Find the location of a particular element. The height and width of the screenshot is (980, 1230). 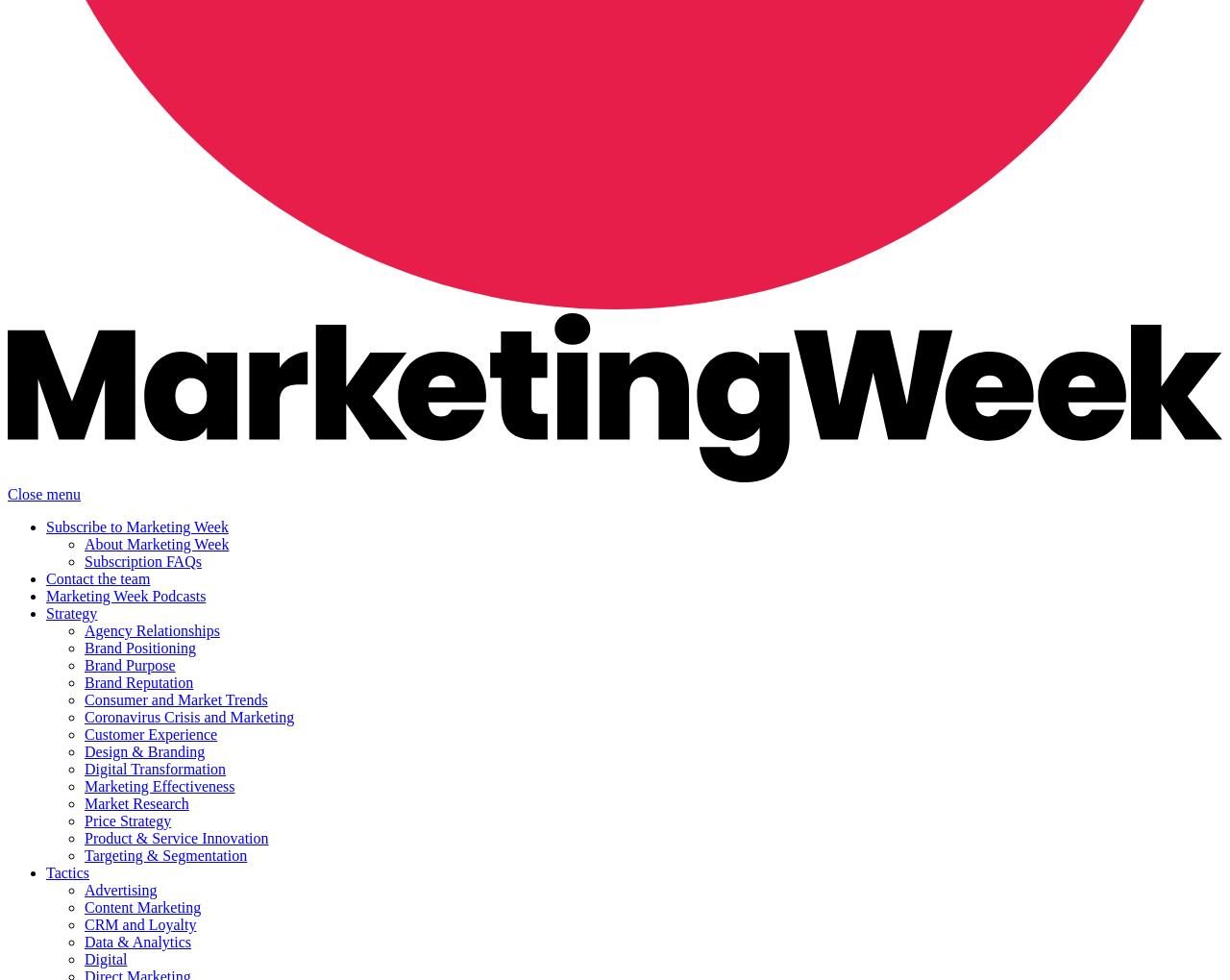

'Brand Positioning' is located at coordinates (139, 648).